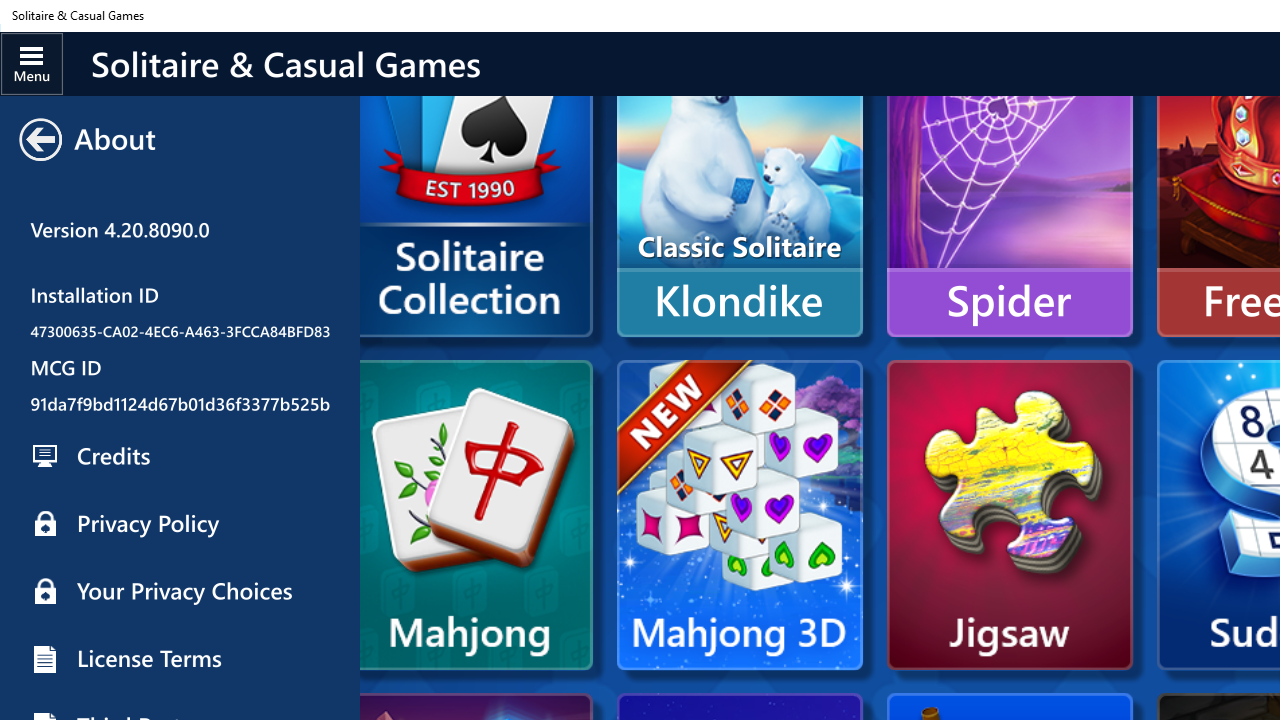  Describe the element at coordinates (32, 62) in the screenshot. I see `'Menu'` at that location.